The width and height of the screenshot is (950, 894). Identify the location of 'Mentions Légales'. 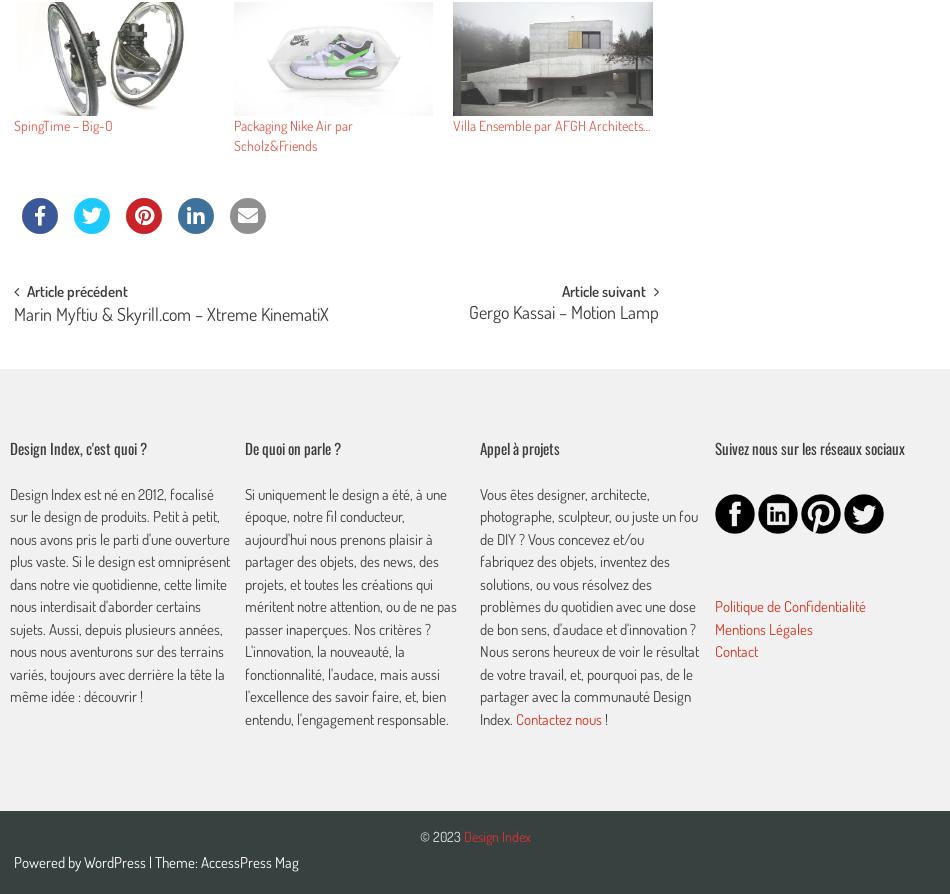
(762, 628).